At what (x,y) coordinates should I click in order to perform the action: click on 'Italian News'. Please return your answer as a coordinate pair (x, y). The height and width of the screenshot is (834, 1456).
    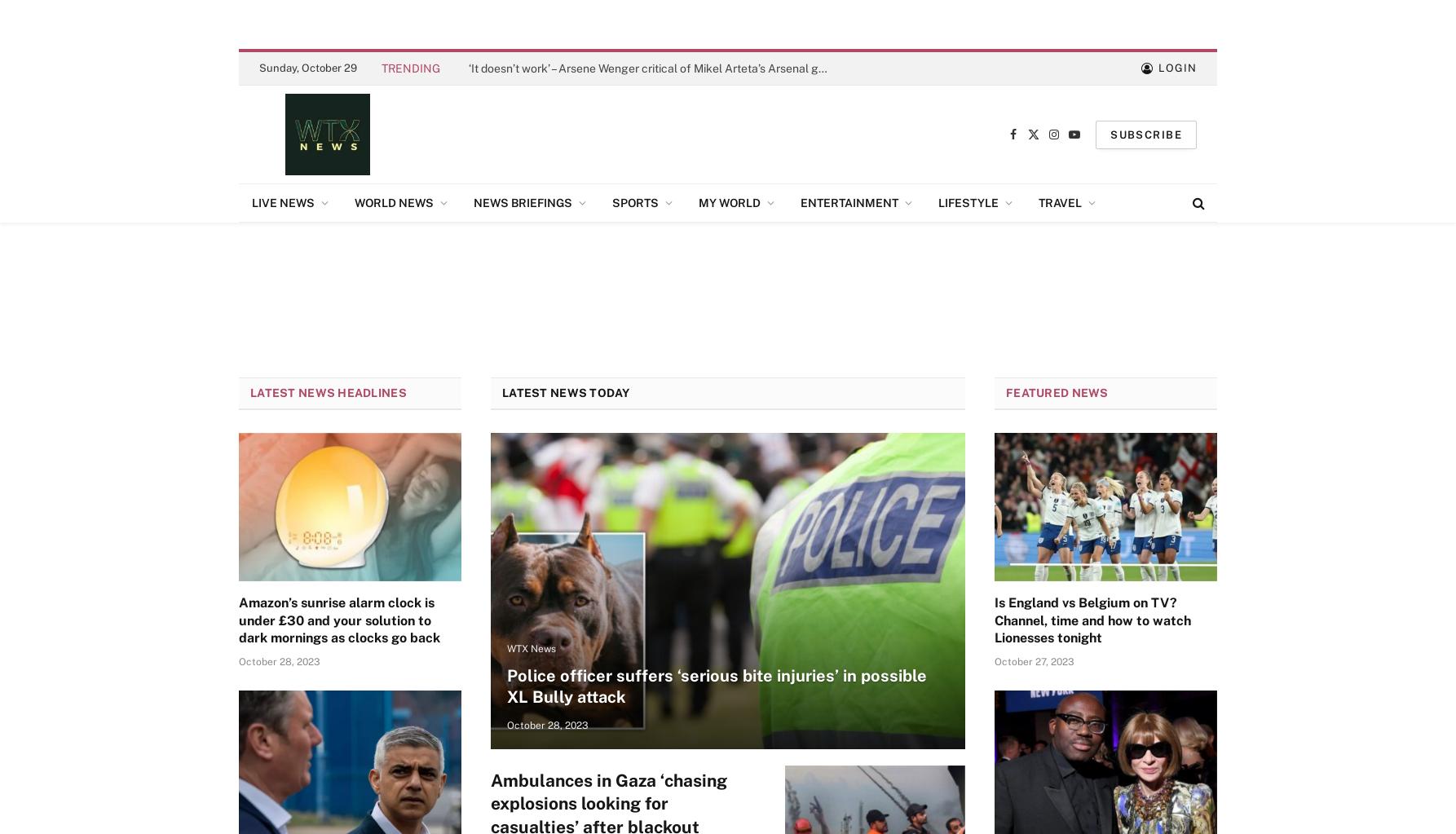
    Looking at the image, I should click on (585, 276).